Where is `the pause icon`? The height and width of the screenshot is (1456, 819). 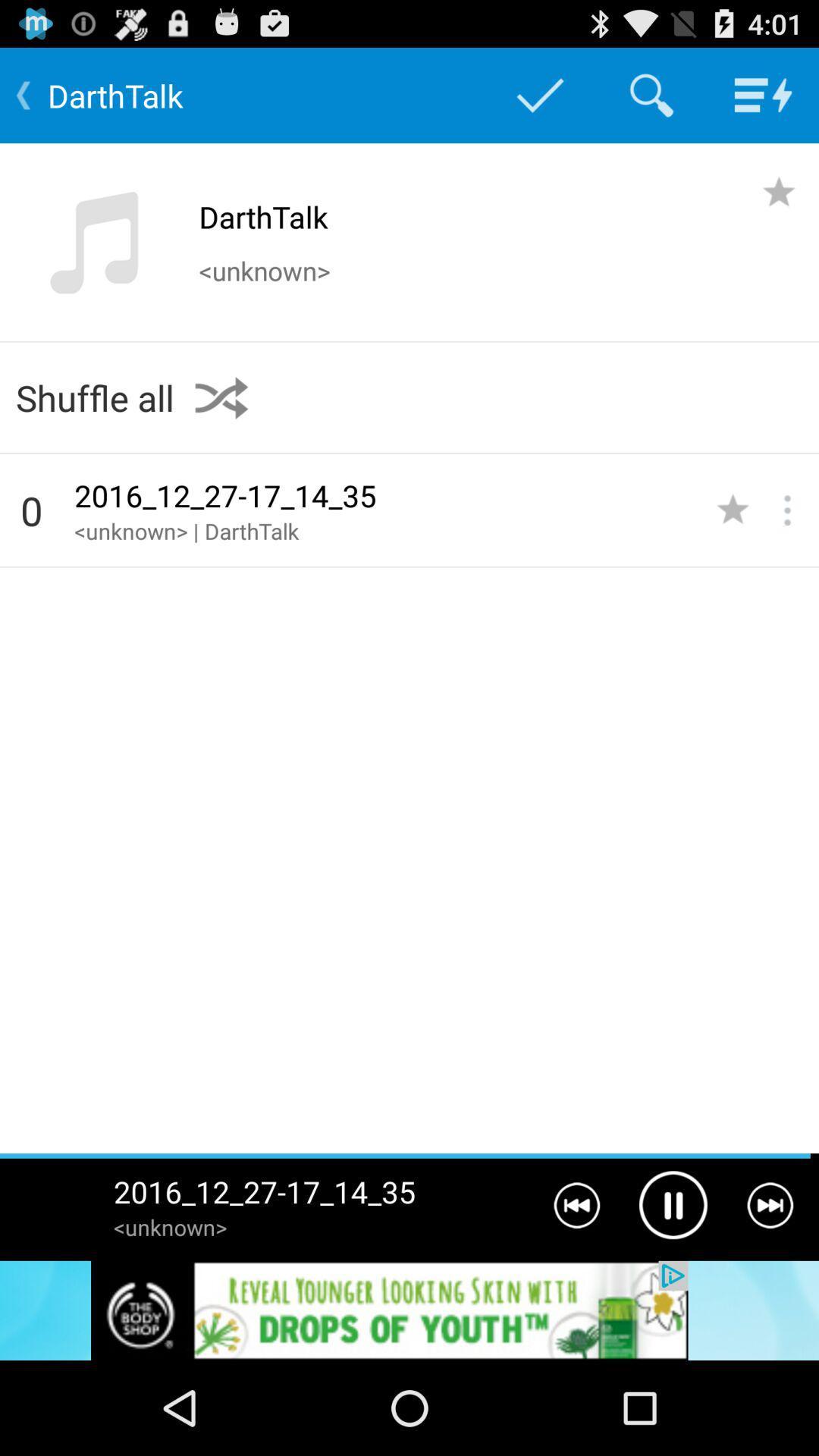 the pause icon is located at coordinates (672, 1288).